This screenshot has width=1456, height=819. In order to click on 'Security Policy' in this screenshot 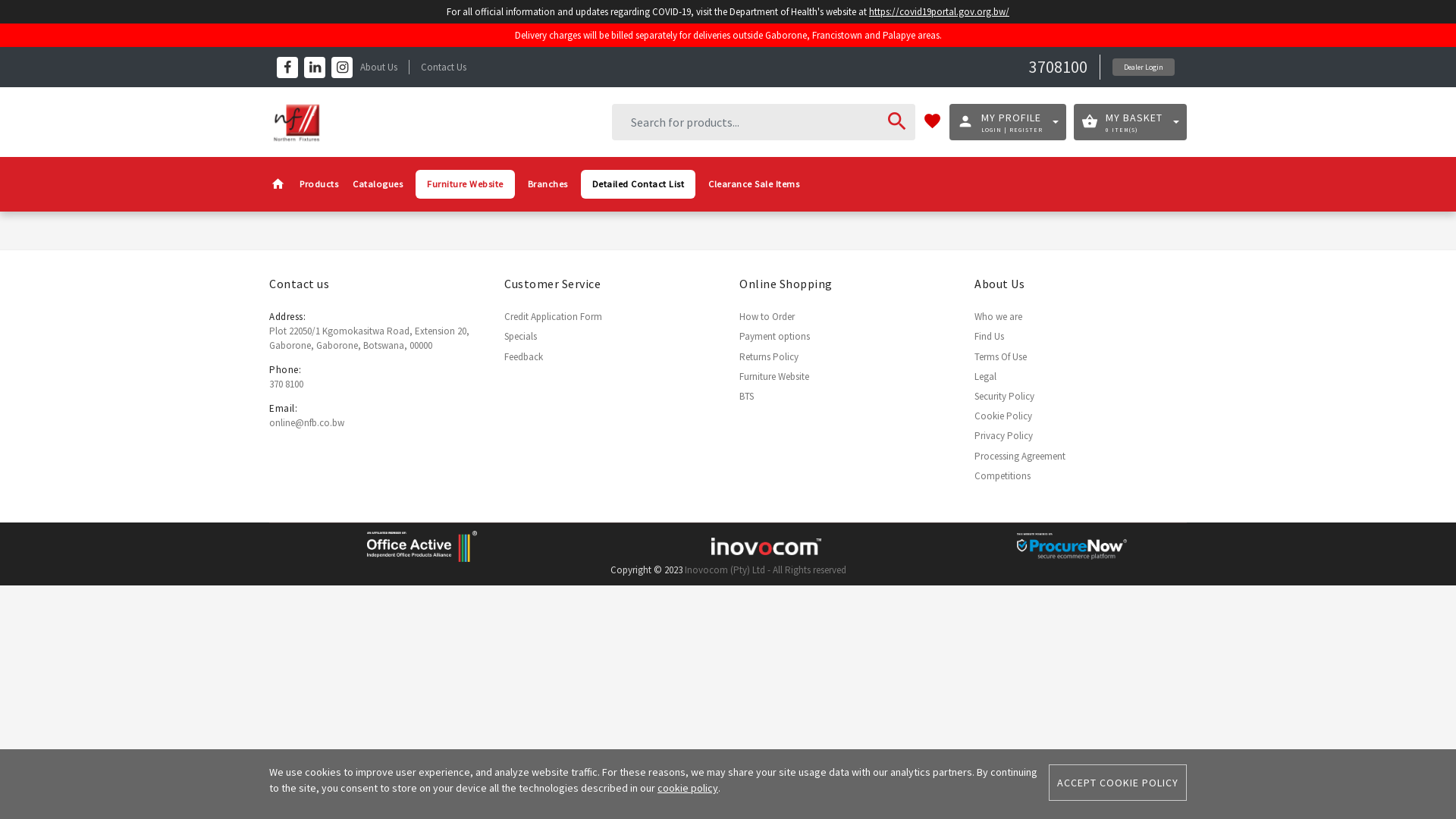, I will do `click(1004, 395)`.